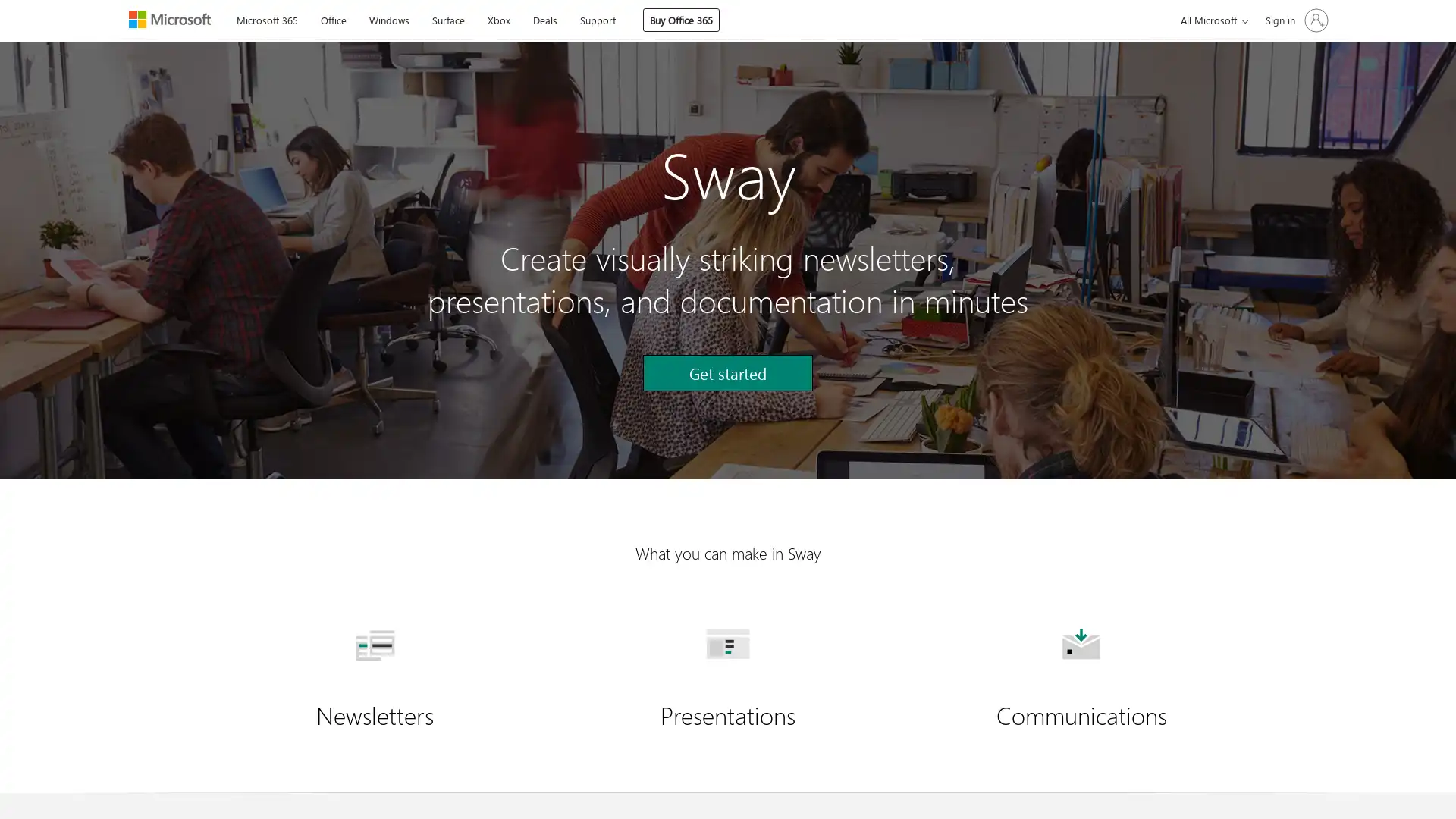 The image size is (1456, 819). Describe the element at coordinates (1211, 20) in the screenshot. I see `All Microsoft expand to see list of Microsoft products and services` at that location.